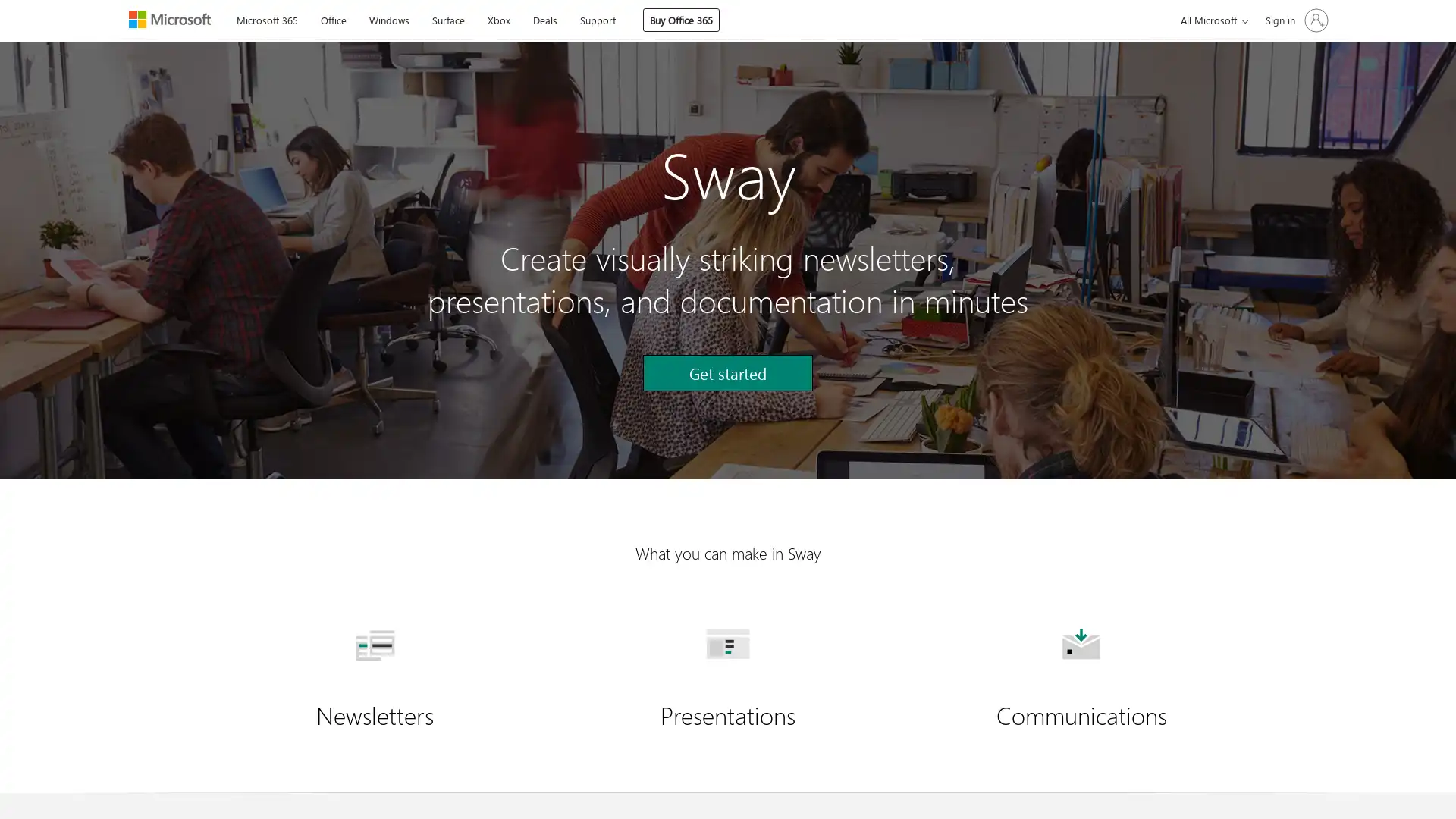 The image size is (1456, 819). Describe the element at coordinates (1211, 20) in the screenshot. I see `All Microsoft expand to see list of Microsoft products and services` at that location.